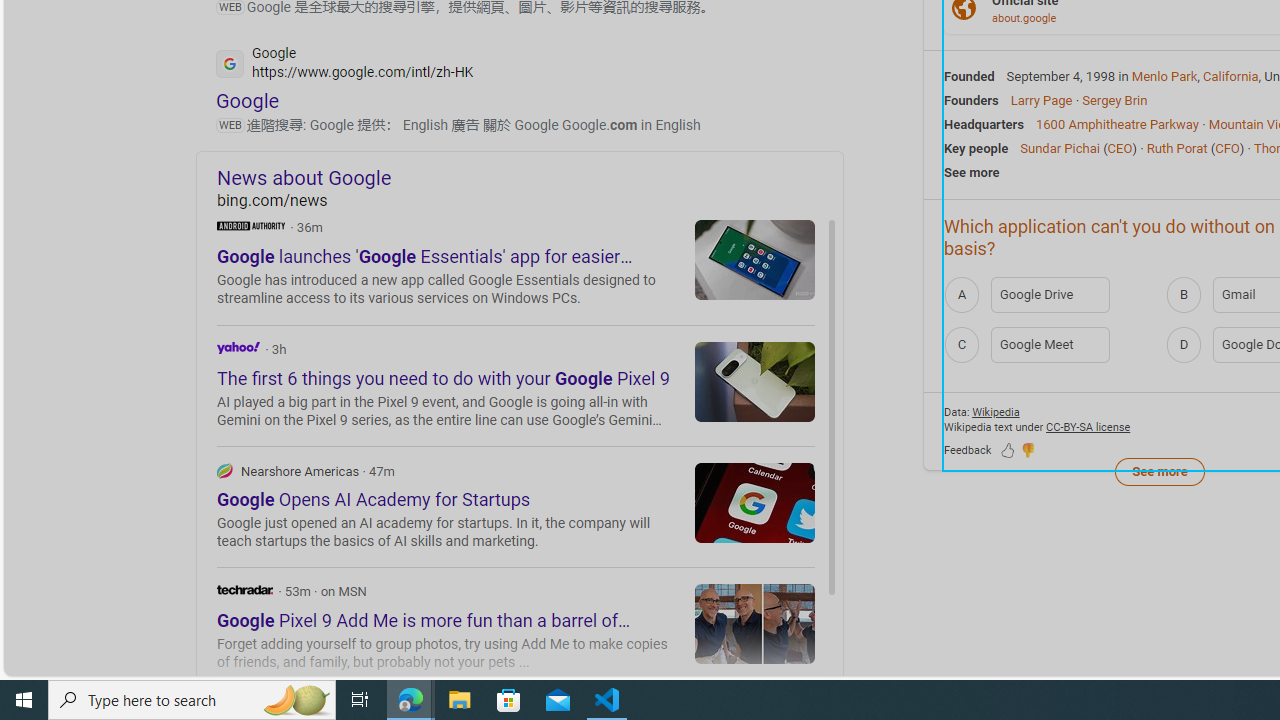 This screenshot has height=720, width=1280. Describe the element at coordinates (192, 698) in the screenshot. I see `'Type here to search'` at that location.